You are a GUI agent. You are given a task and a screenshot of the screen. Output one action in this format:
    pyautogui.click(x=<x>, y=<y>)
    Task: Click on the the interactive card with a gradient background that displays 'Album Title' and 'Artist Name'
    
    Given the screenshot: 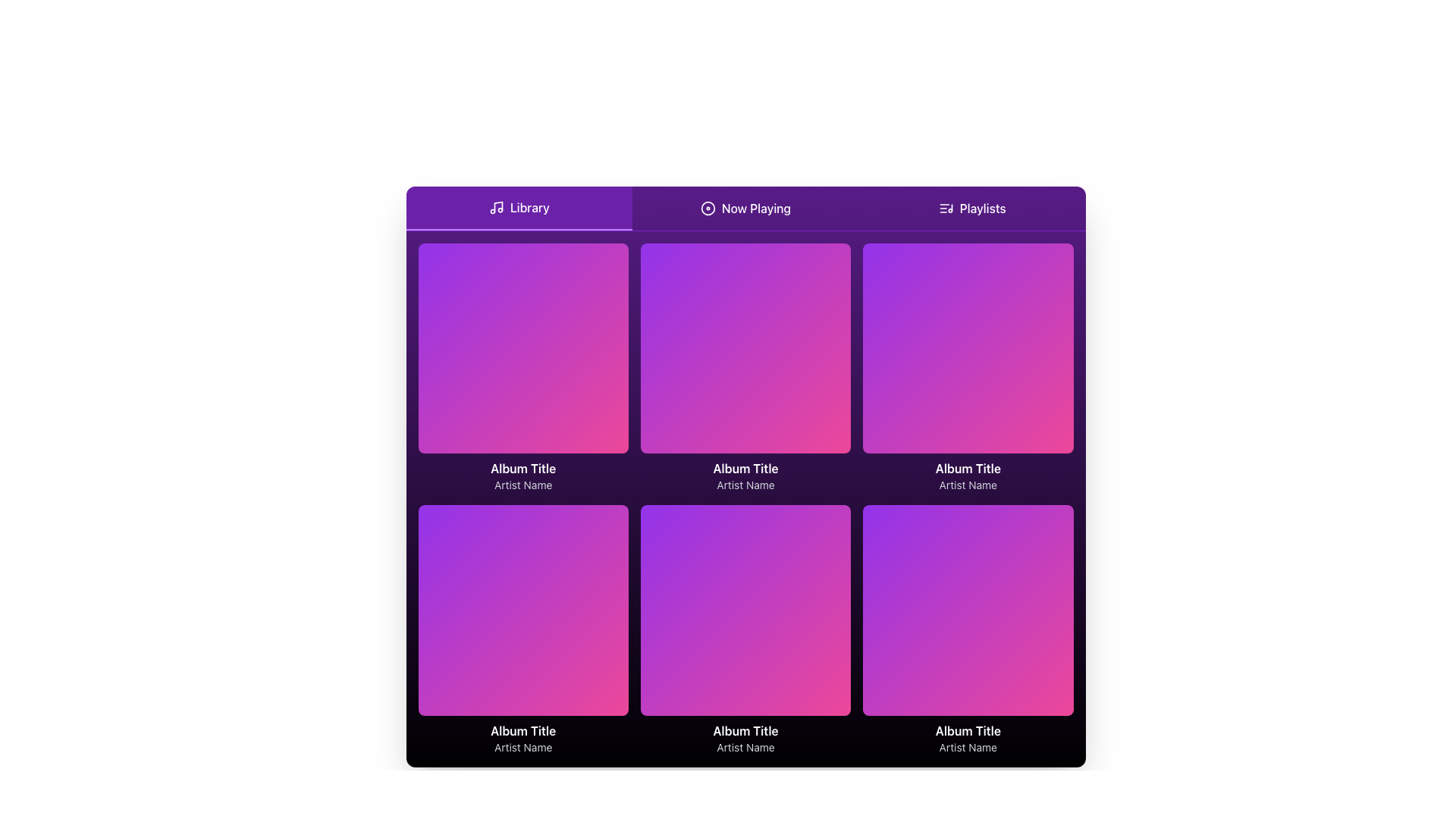 What is the action you would take?
    pyautogui.click(x=967, y=630)
    